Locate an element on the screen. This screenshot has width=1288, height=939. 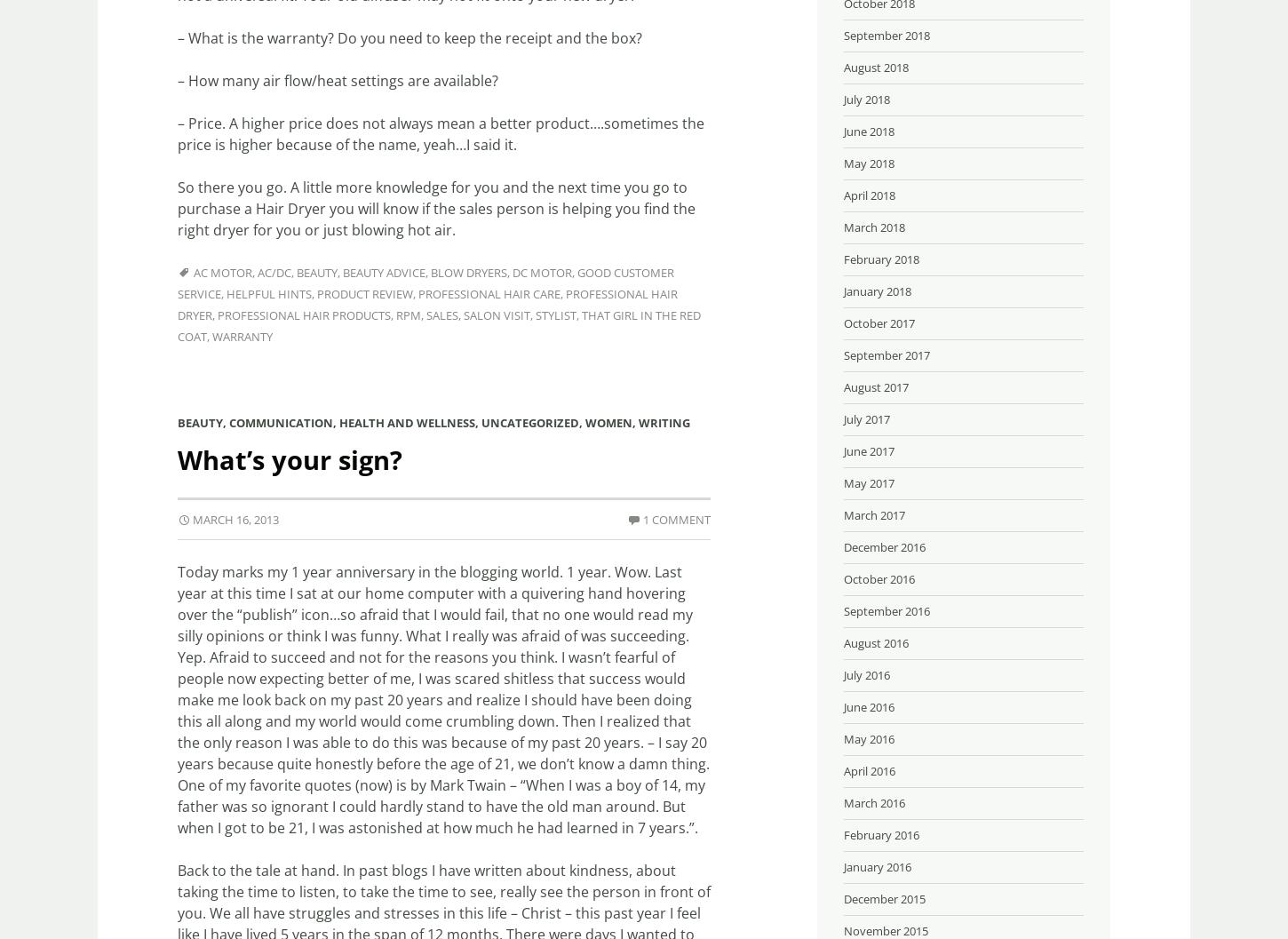
'May 2018' is located at coordinates (869, 163).